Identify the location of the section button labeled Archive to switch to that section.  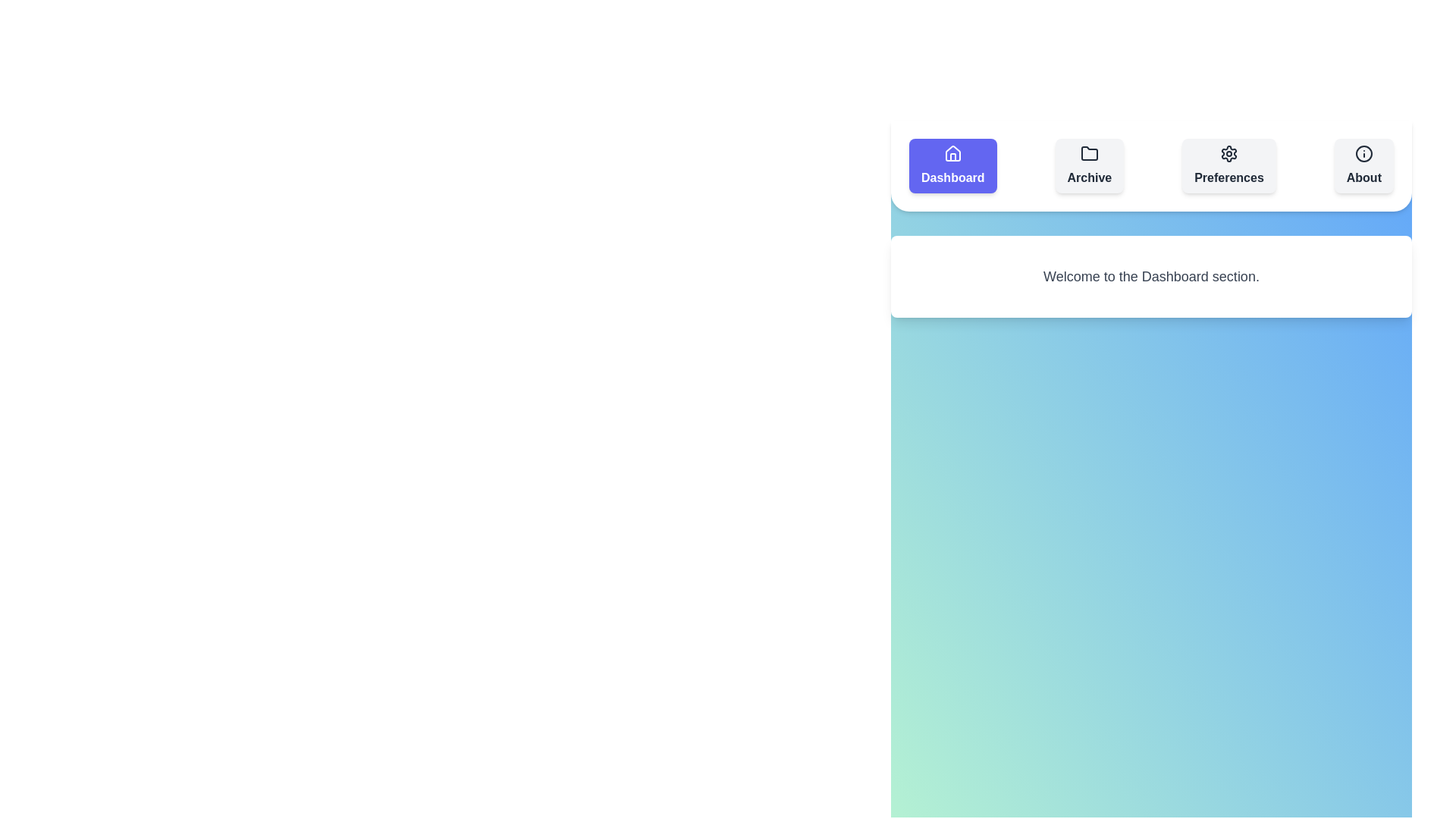
(1088, 166).